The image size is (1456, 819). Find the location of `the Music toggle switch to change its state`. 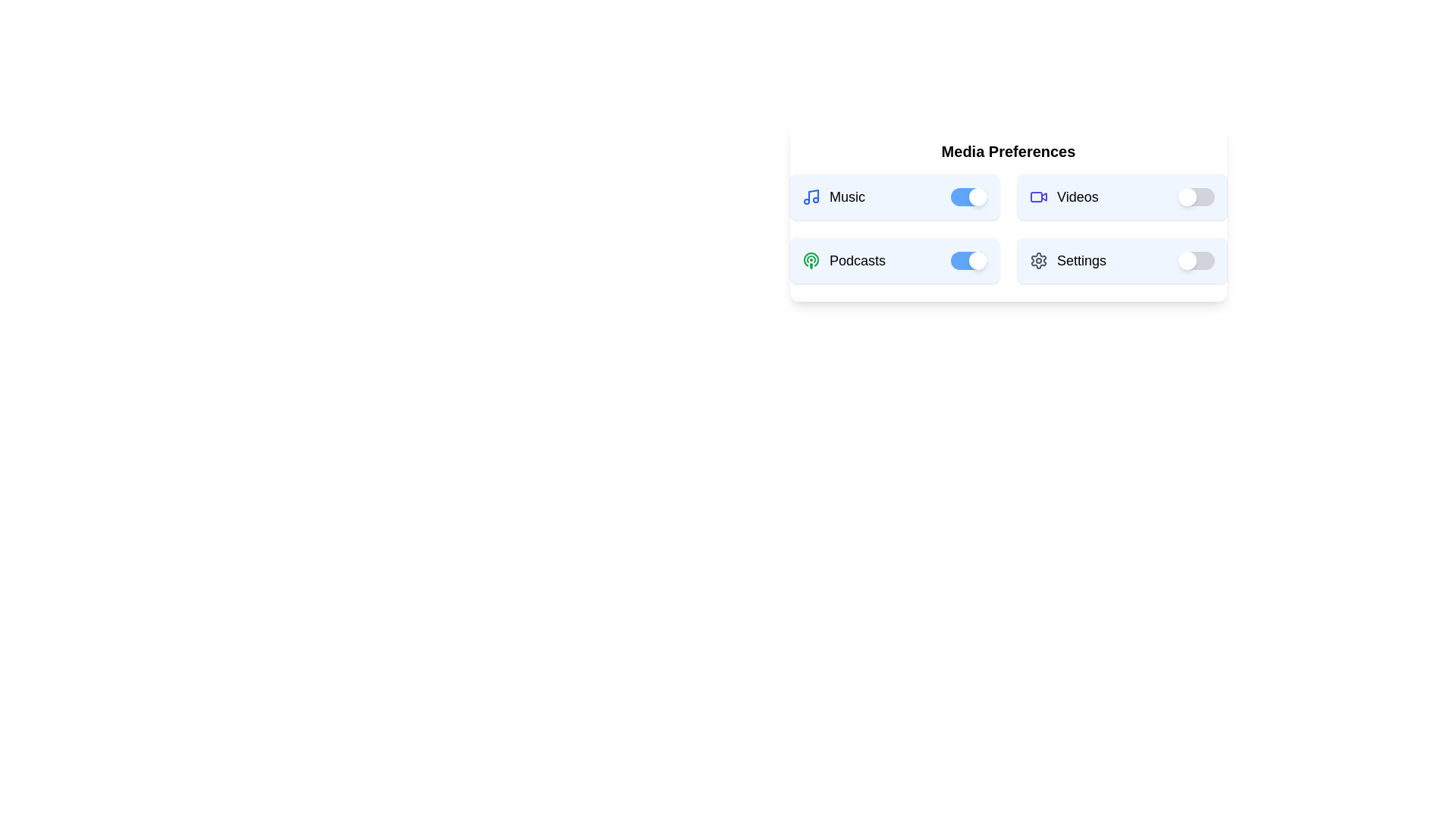

the Music toggle switch to change its state is located at coordinates (968, 196).